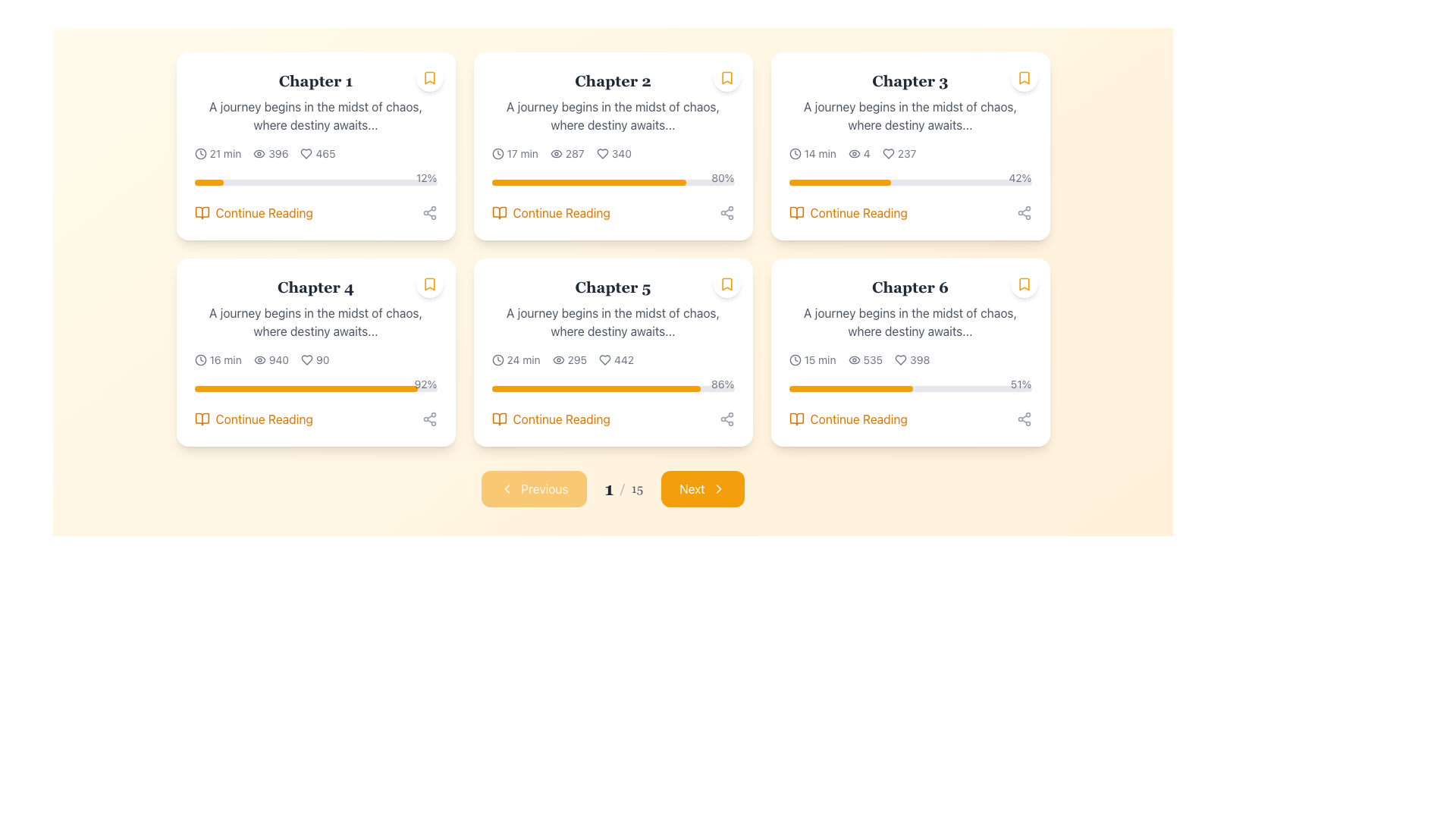 The image size is (1456, 819). Describe the element at coordinates (1024, 213) in the screenshot. I see `the share icon located at the bottom right corner of the card labeled 'Chapter 3'` at that location.